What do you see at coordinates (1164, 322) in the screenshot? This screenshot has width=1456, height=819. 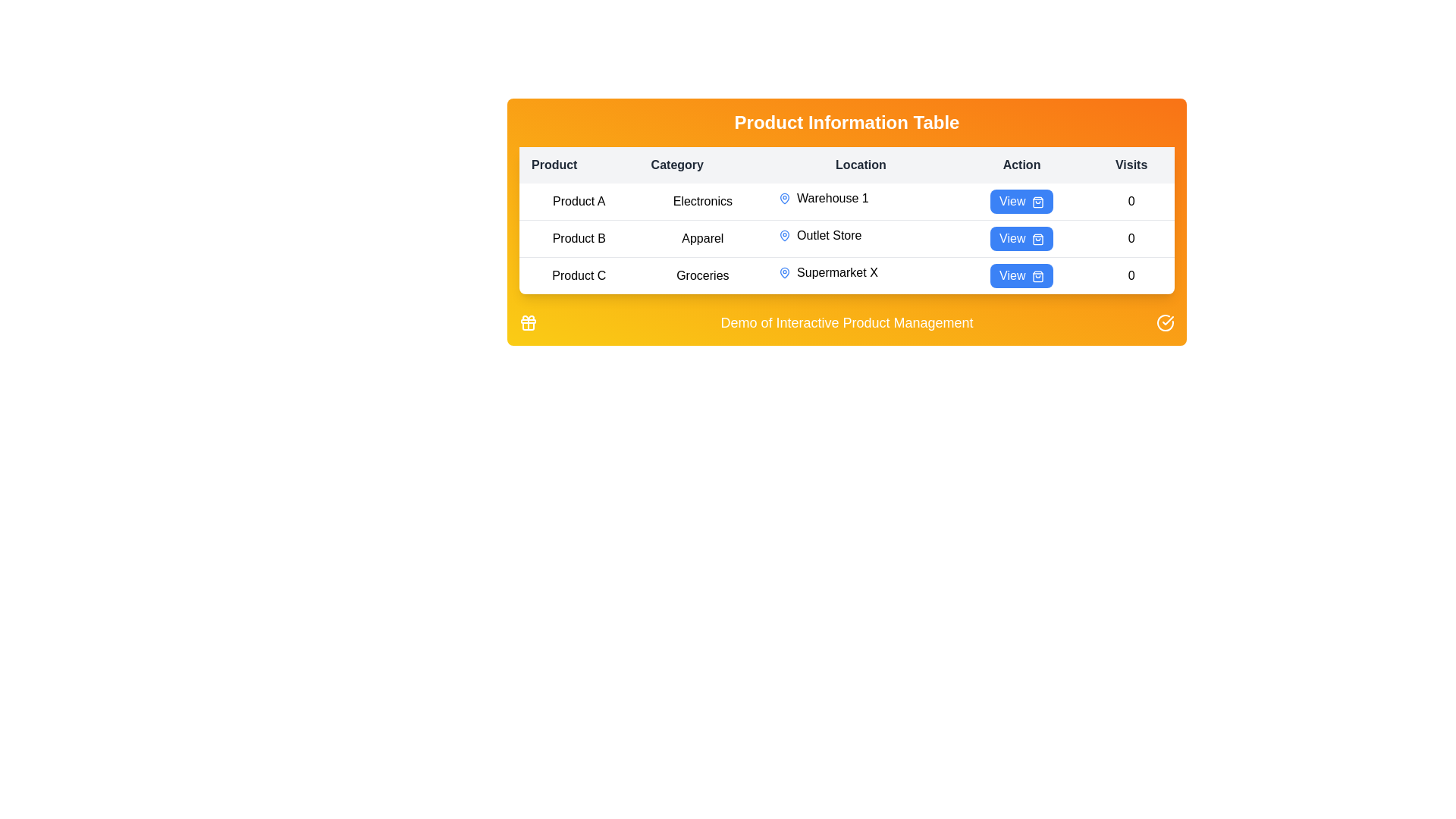 I see `the success or completion indicator SVG icon located at the far-right side of the line containing the text 'Demo of Interactive Product Management'` at bounding box center [1164, 322].